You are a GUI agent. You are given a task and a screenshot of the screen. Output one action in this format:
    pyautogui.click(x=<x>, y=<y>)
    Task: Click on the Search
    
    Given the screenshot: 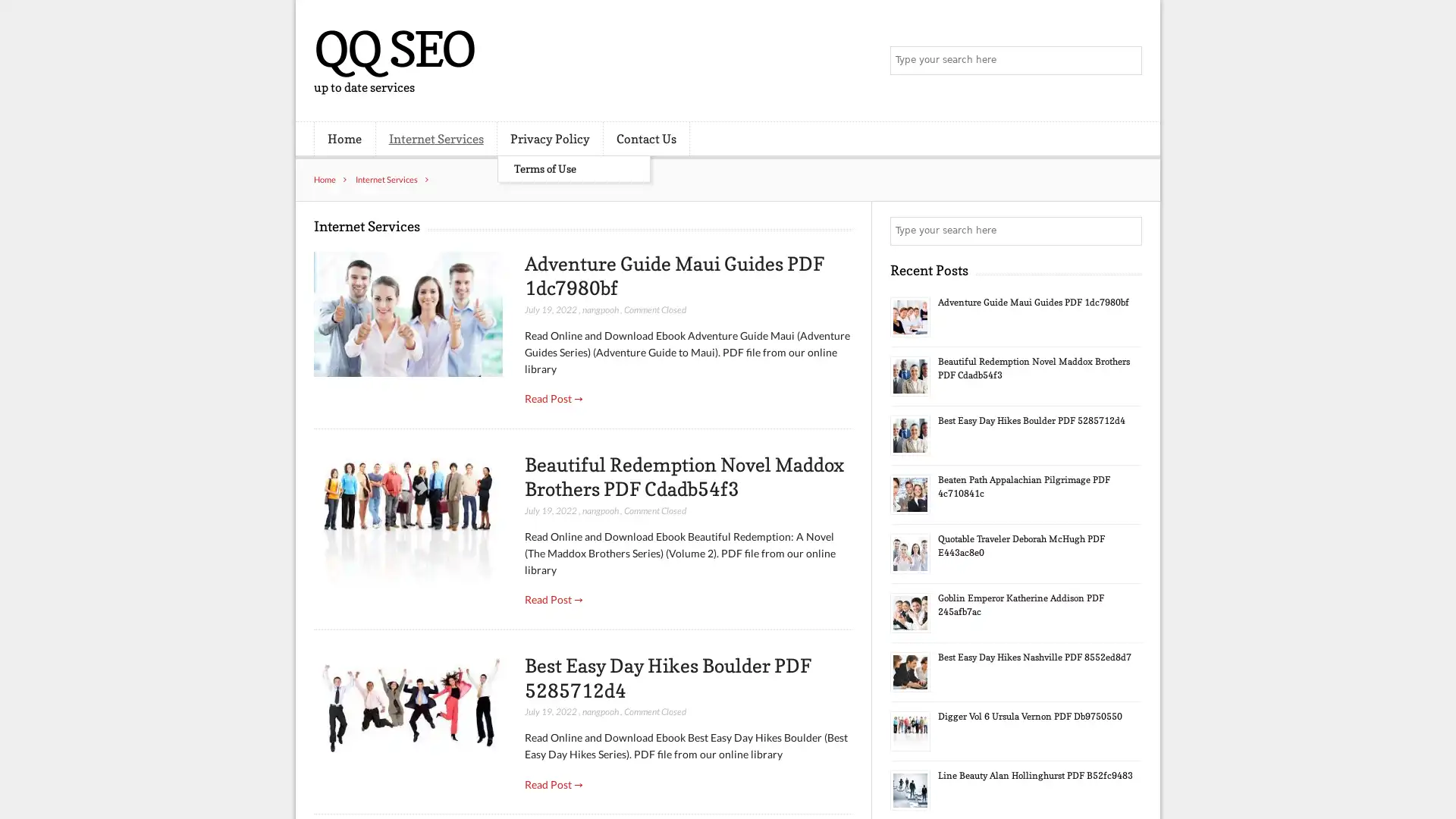 What is the action you would take?
    pyautogui.click(x=1126, y=231)
    